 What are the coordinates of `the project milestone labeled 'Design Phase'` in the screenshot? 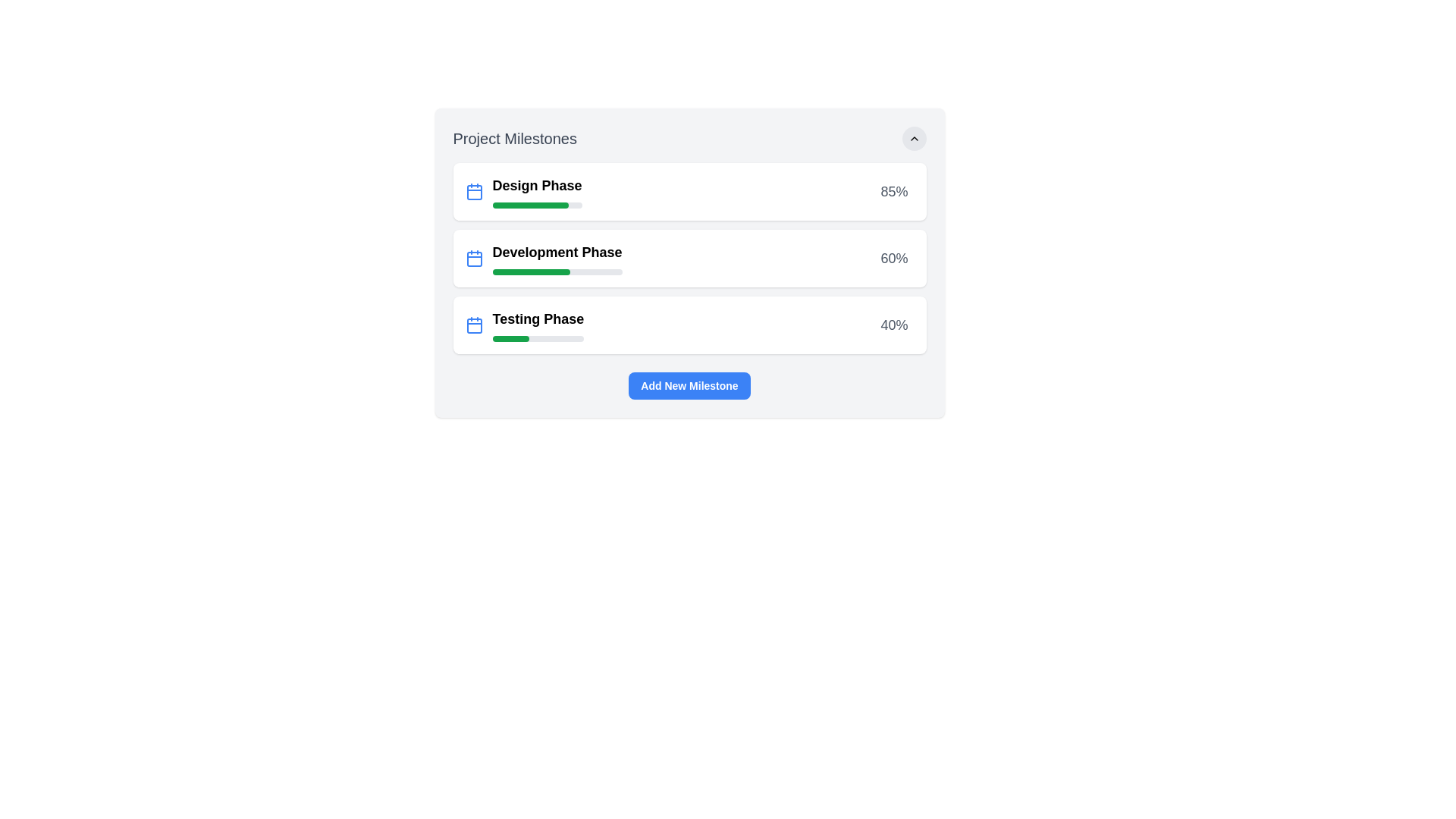 It's located at (523, 191).